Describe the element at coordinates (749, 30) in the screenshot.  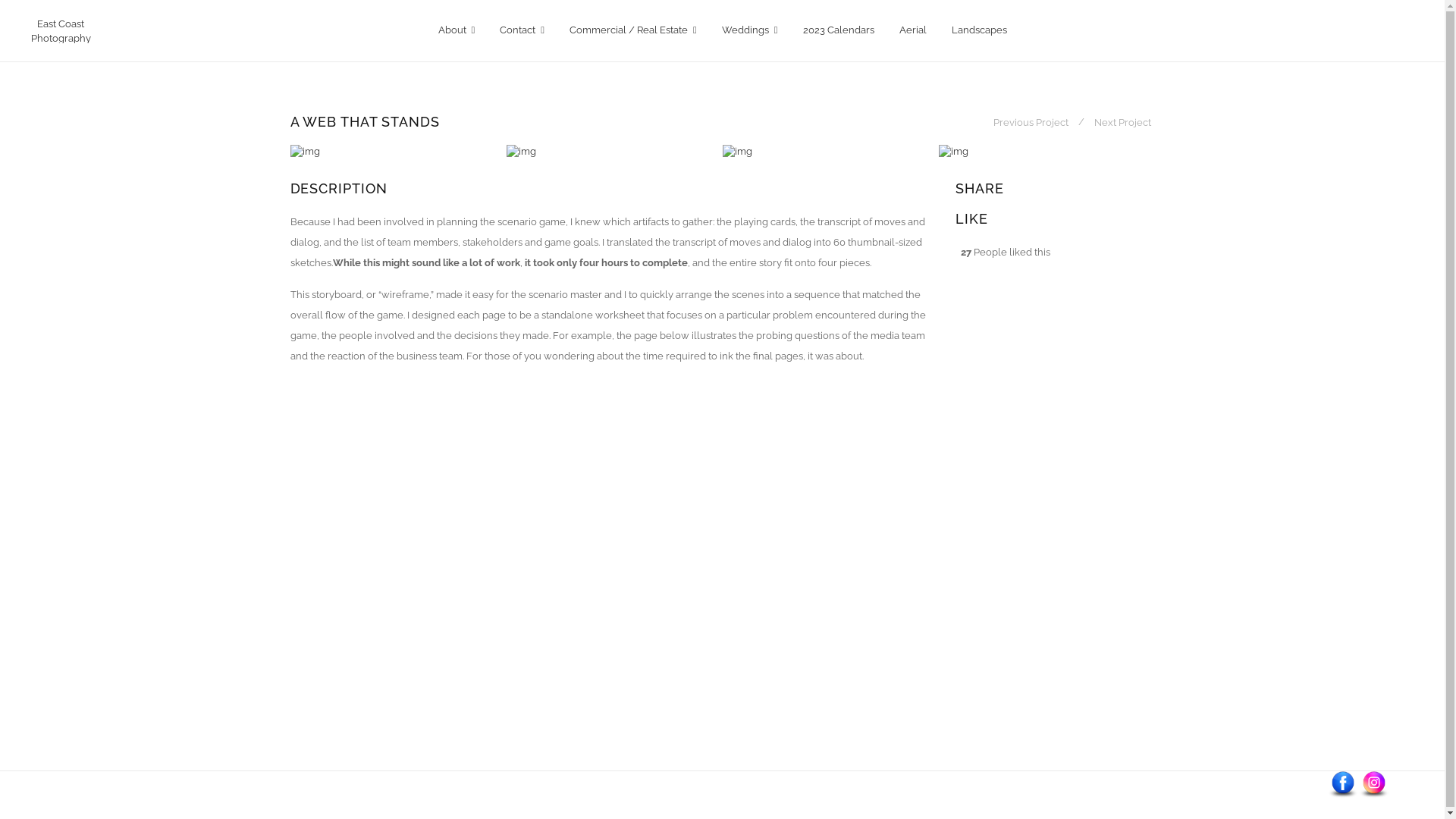
I see `'Weddings'` at that location.